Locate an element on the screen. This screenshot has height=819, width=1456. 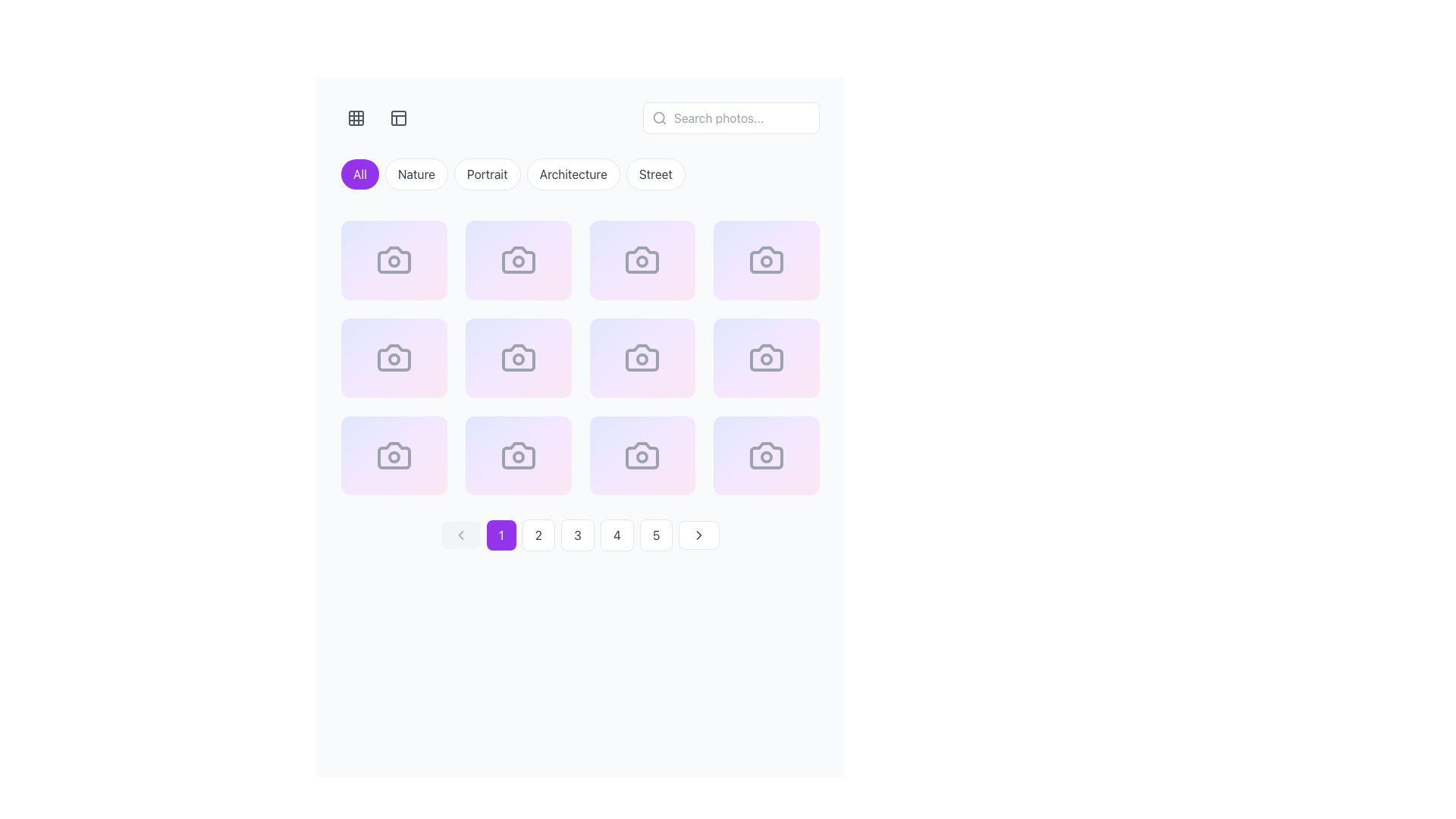
to select the Gallery card element featuring the title 'Photograph #8' and category 'portrait' located in the fourth column of the second row of the grid layout is located at coordinates (767, 358).